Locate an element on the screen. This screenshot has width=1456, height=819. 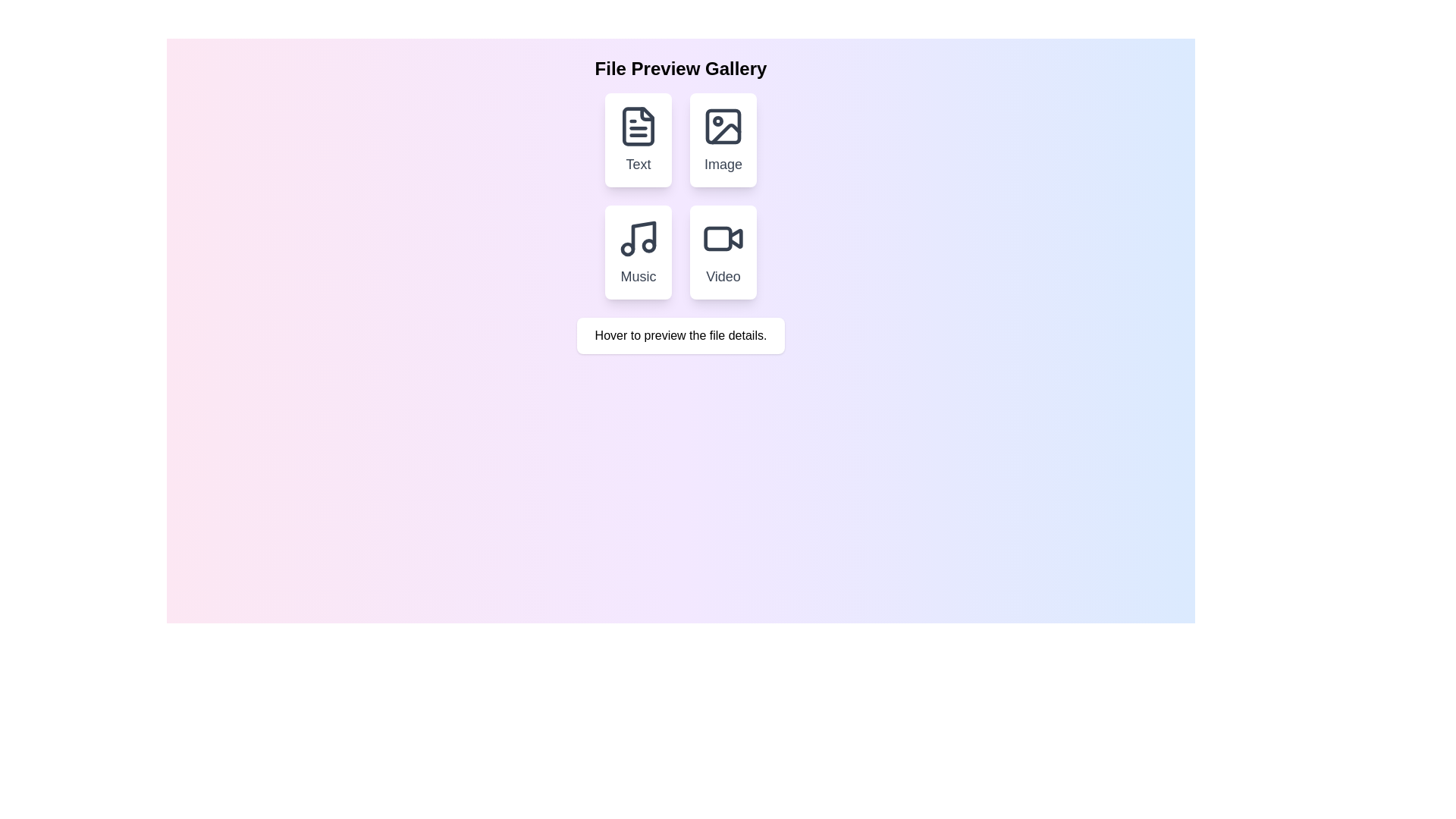
the minimalist gray mountain and sun/moon icon located in the 'Image' card, positioned in the second slot of a 2x2 grid layout is located at coordinates (723, 125).